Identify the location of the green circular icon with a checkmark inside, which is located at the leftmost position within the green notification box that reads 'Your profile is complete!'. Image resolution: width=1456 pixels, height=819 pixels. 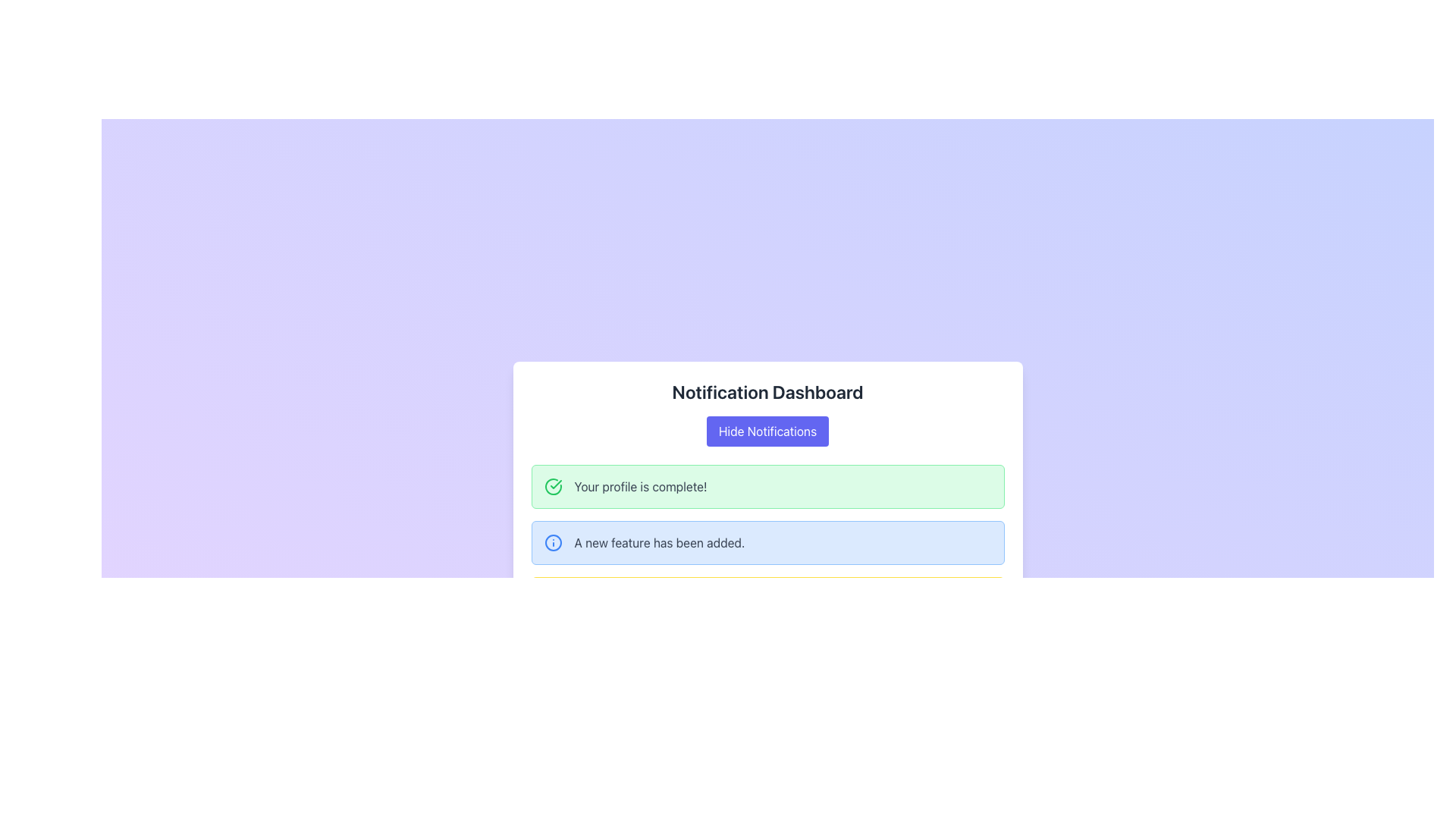
(552, 486).